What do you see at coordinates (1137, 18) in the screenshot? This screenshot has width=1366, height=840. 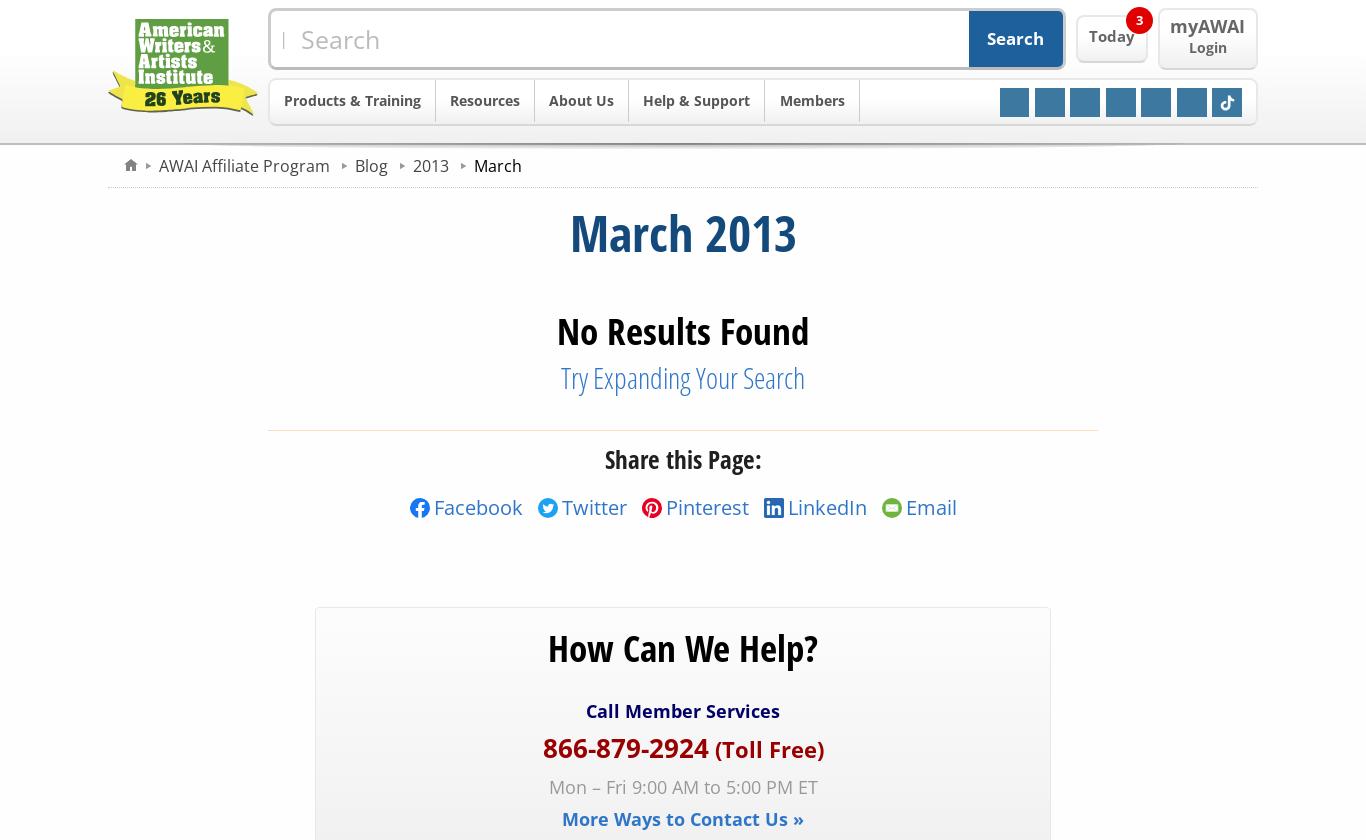 I see `'3'` at bounding box center [1137, 18].